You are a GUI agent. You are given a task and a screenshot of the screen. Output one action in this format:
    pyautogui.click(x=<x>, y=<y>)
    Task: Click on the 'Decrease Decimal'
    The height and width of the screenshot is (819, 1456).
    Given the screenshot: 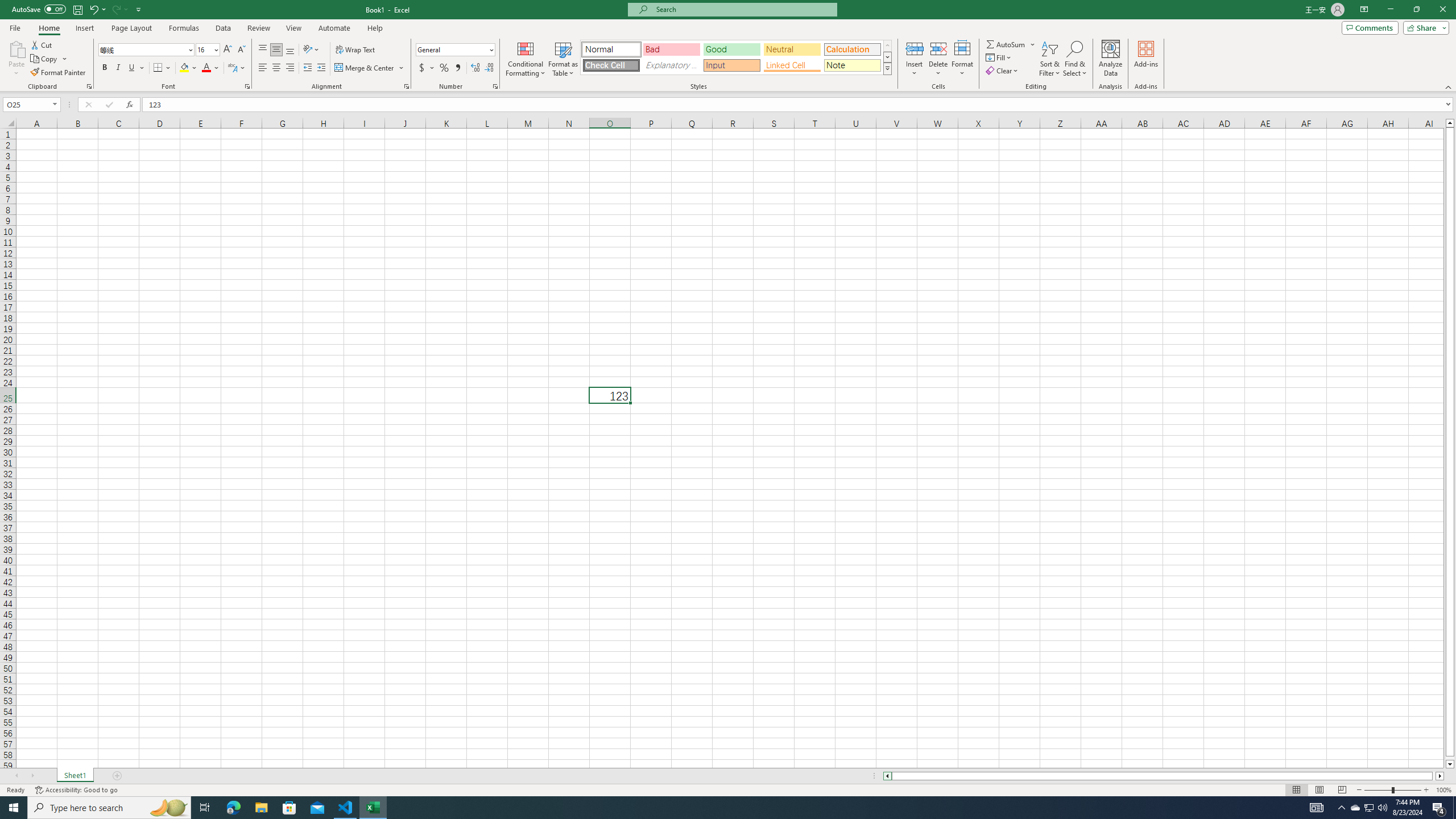 What is the action you would take?
    pyautogui.click(x=489, y=67)
    